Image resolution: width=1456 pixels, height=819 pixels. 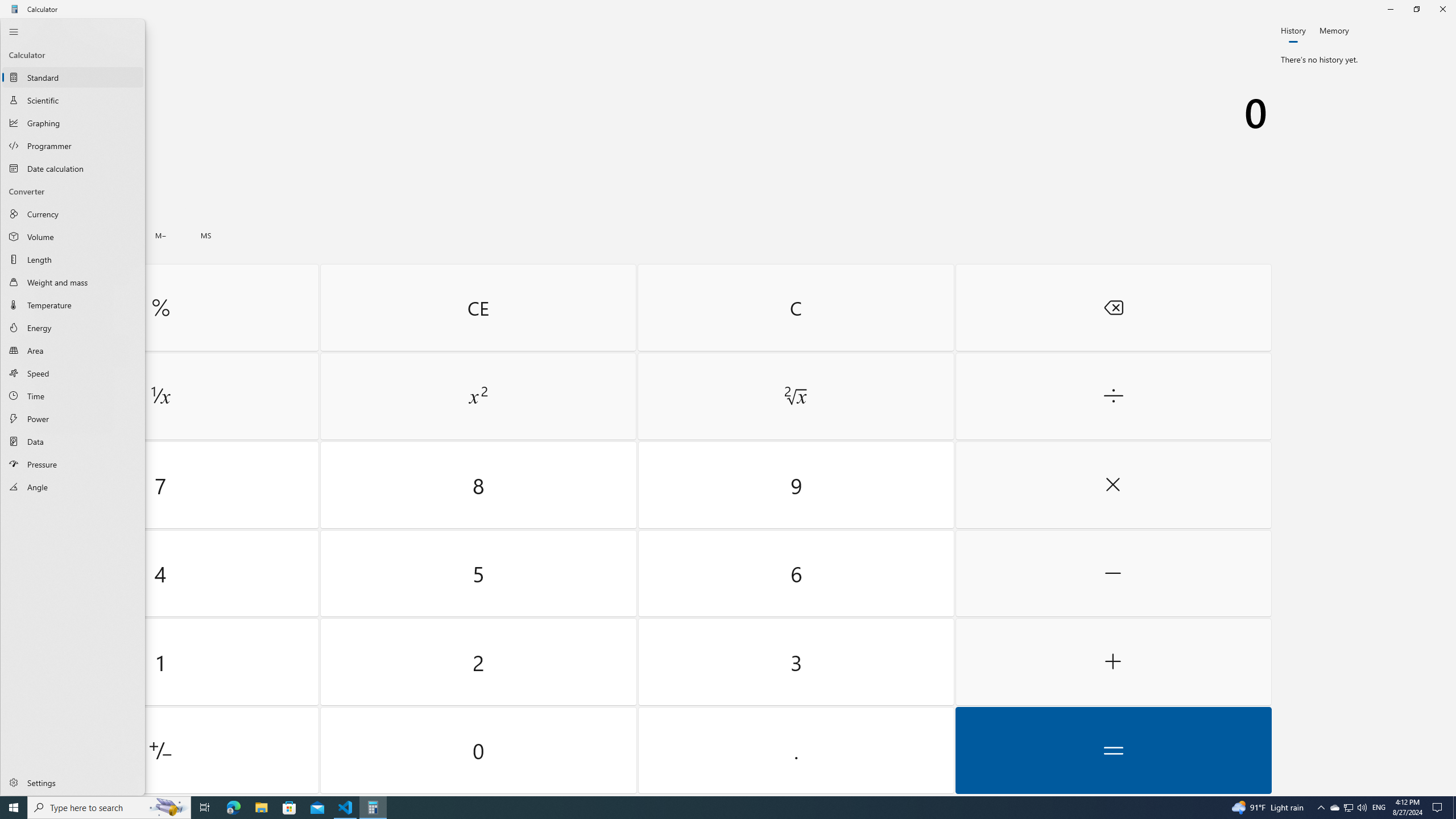 I want to click on 'Reciprocal', so click(x=160, y=396).